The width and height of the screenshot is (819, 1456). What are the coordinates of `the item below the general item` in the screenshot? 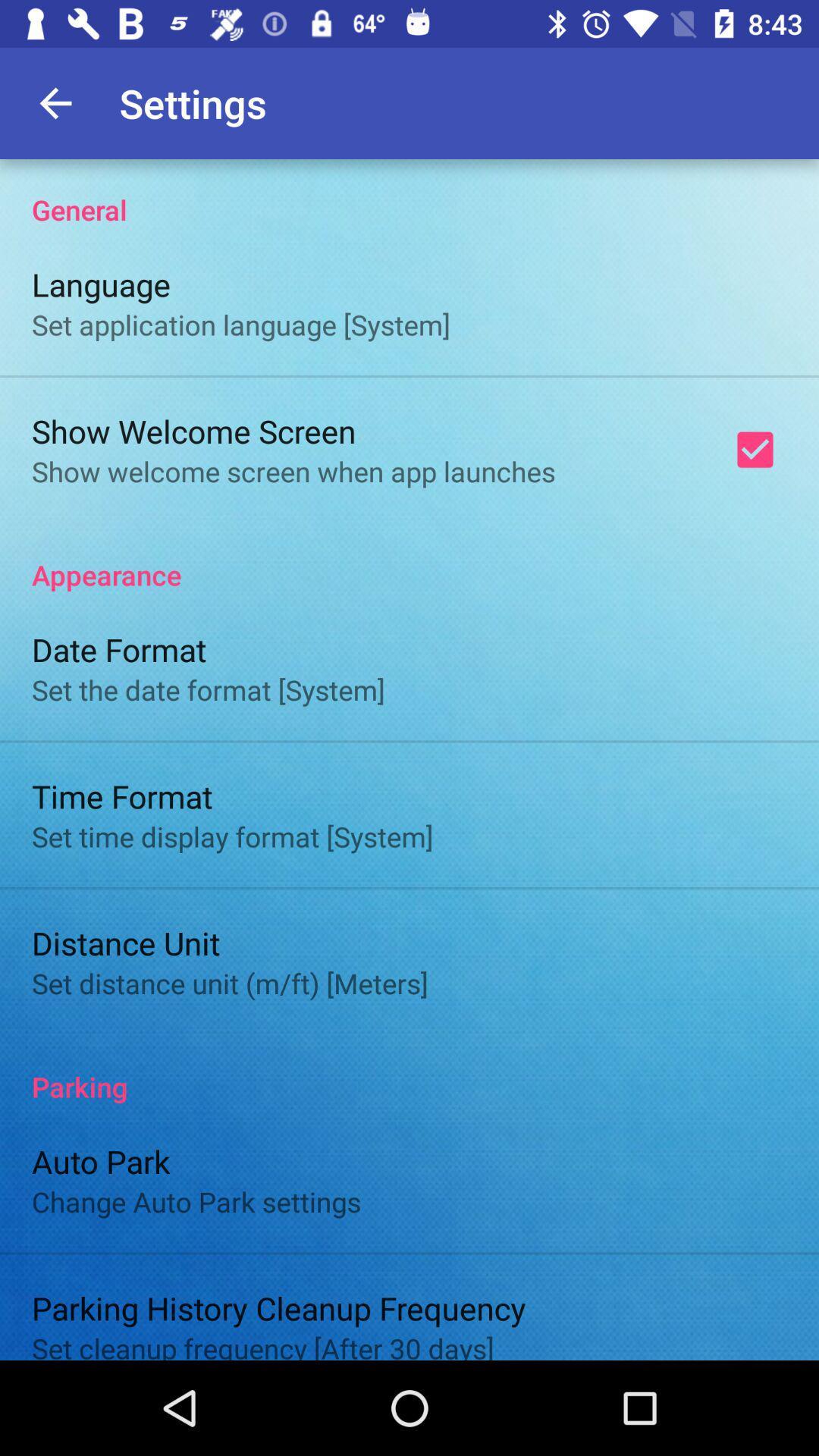 It's located at (755, 449).